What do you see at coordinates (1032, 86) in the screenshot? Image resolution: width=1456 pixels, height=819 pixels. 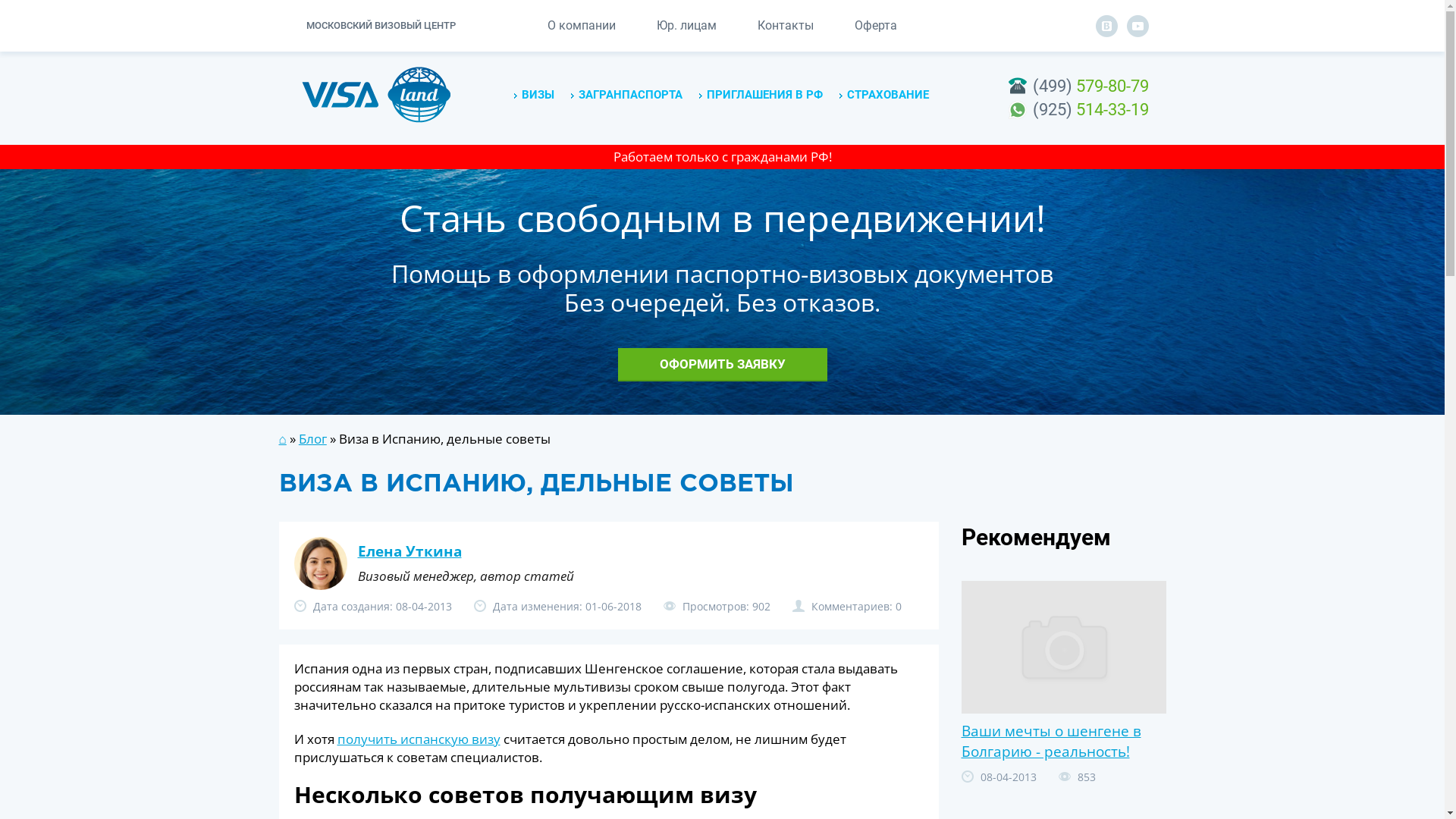 I see `'(499) 579-80-79'` at bounding box center [1032, 86].